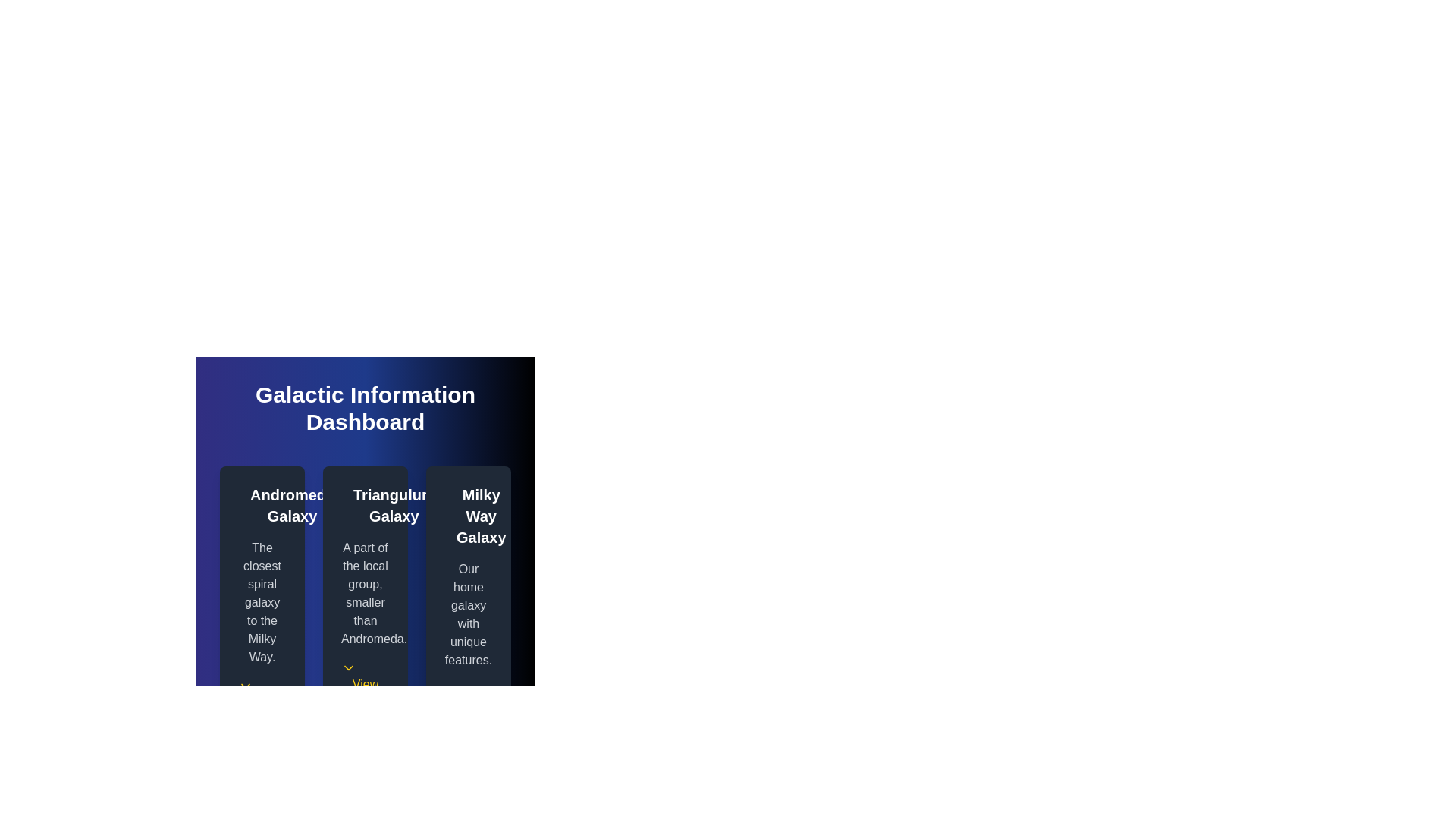 This screenshot has height=819, width=1456. Describe the element at coordinates (468, 607) in the screenshot. I see `the informational card about the Milky Way Galaxy, which is the third card in a horizontal grid, located between the Triangulum Galaxy card and empty space` at that location.